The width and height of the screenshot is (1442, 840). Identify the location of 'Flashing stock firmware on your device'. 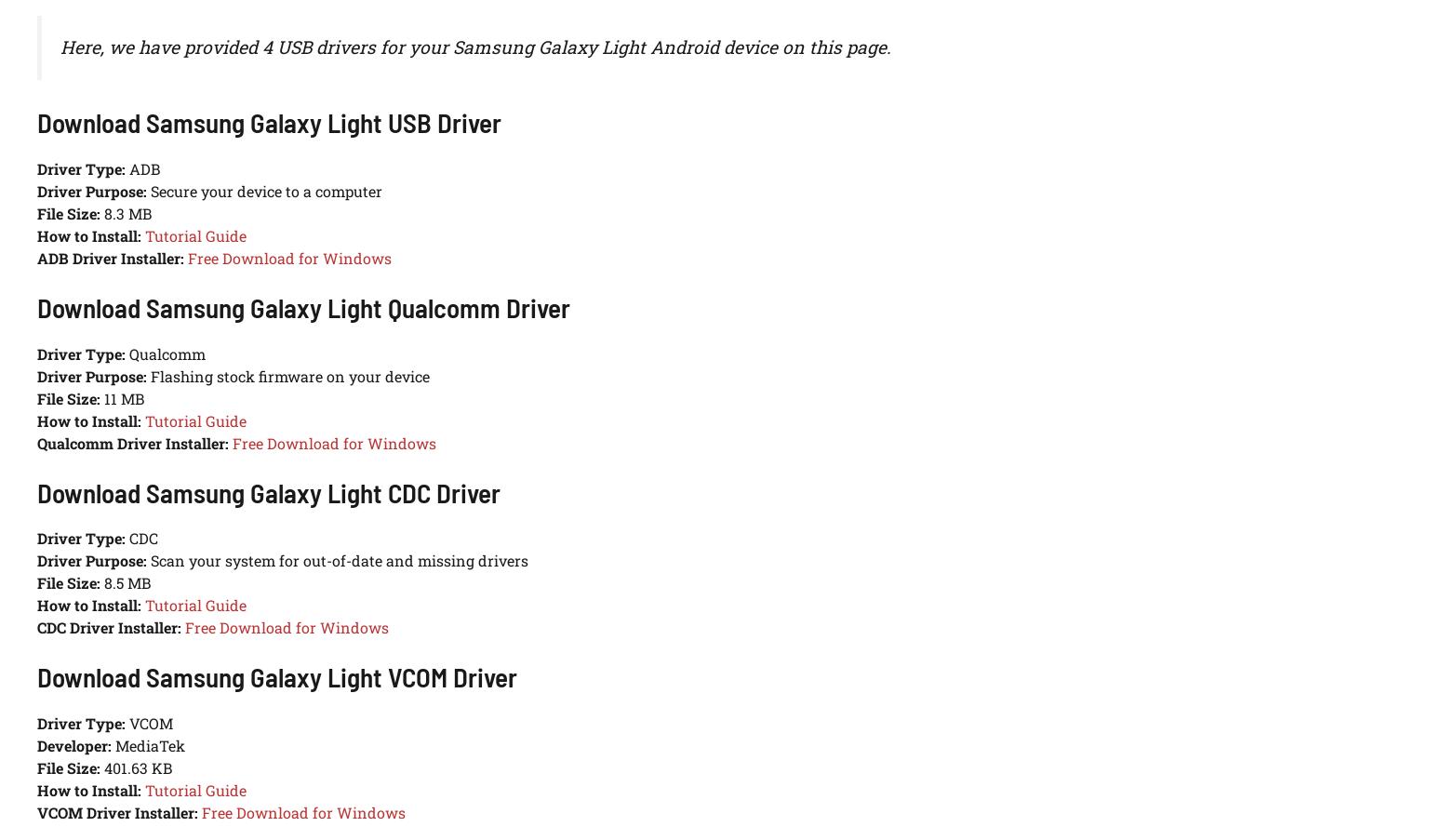
(288, 374).